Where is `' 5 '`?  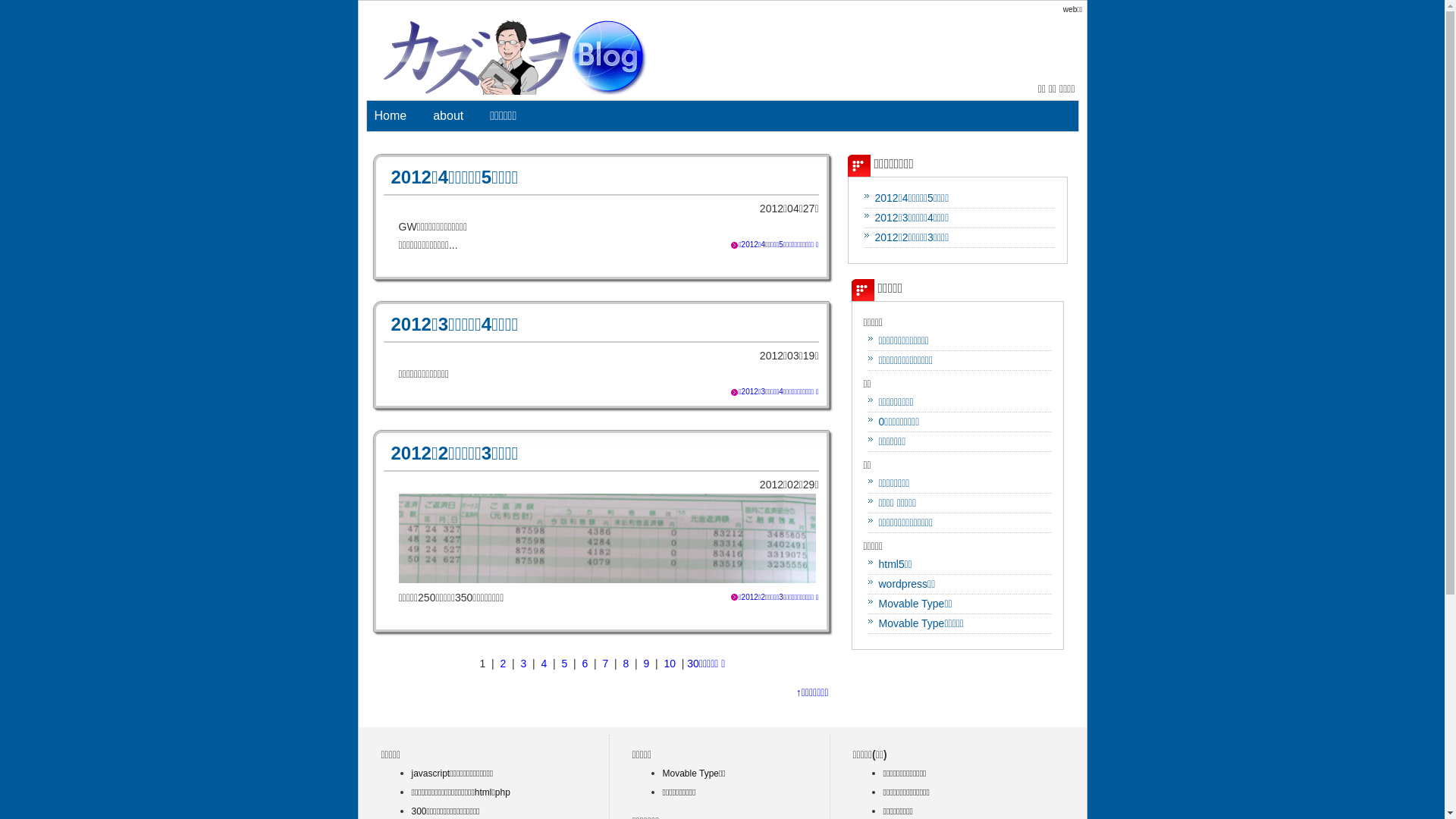 ' 5 ' is located at coordinates (563, 663).